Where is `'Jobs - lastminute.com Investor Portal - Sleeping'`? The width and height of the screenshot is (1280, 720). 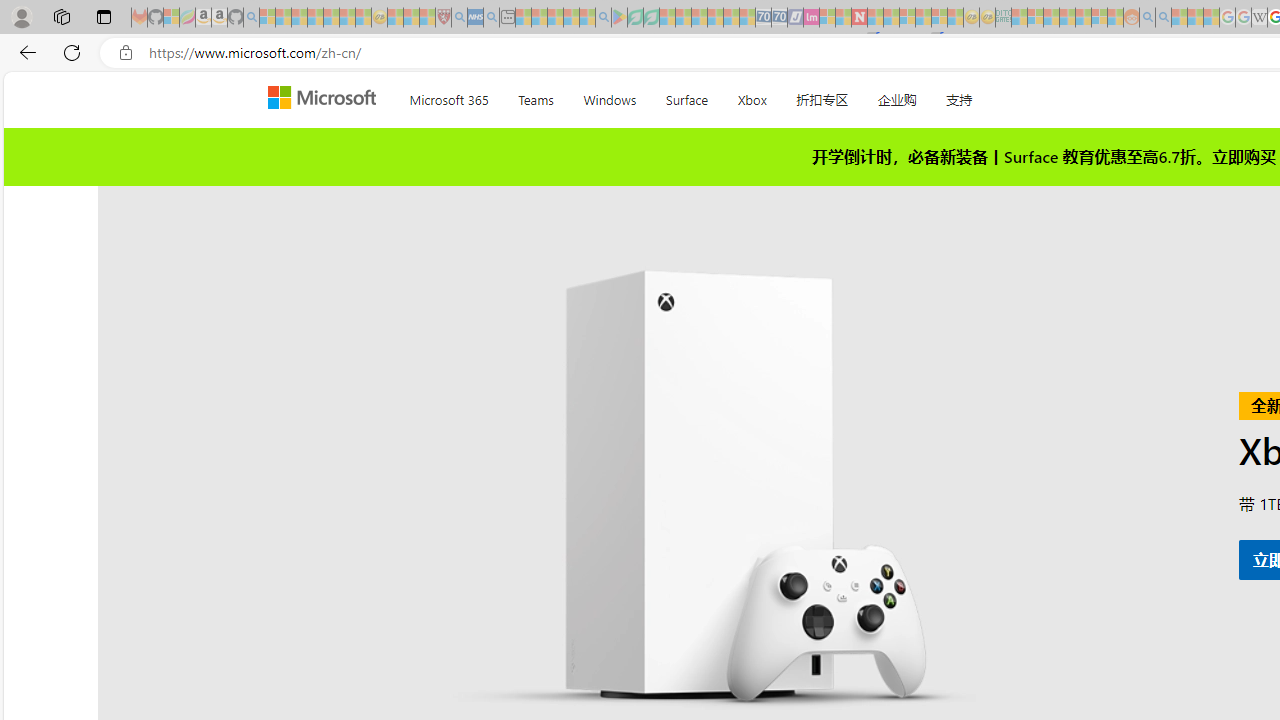 'Jobs - lastminute.com Investor Portal - Sleeping' is located at coordinates (811, 17).